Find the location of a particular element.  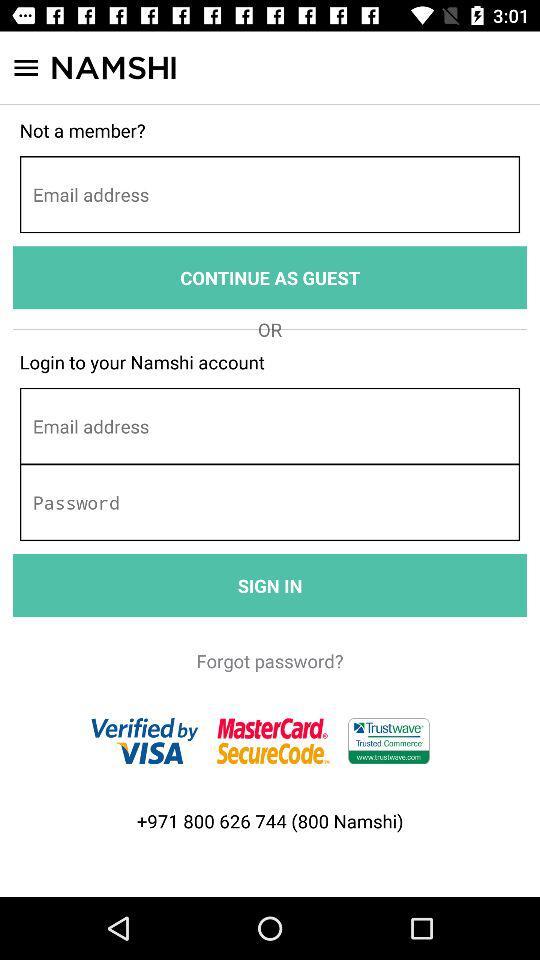

the item above the forgot password? is located at coordinates (270, 585).